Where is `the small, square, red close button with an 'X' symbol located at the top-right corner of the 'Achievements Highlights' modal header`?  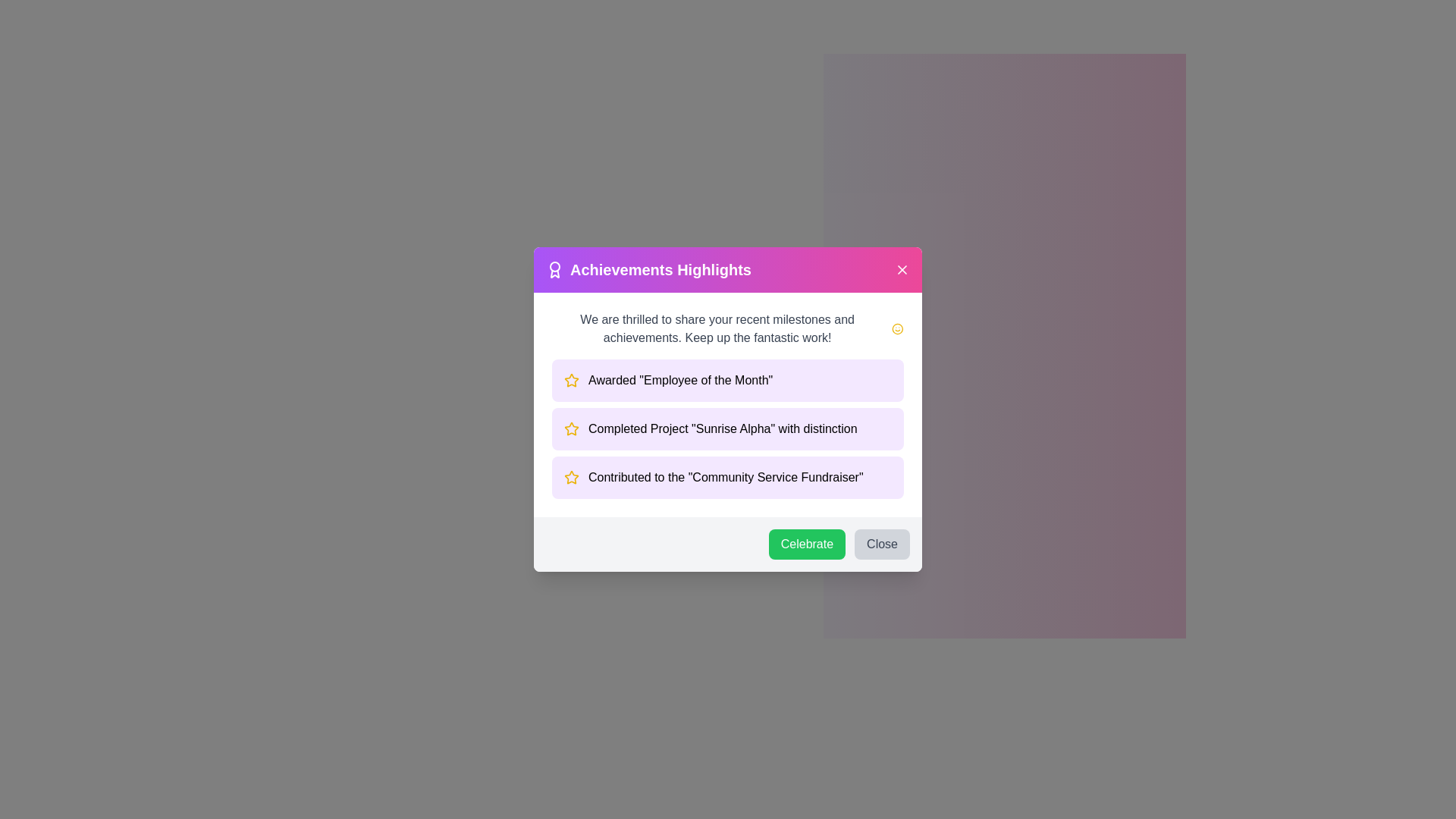 the small, square, red close button with an 'X' symbol located at the top-right corner of the 'Achievements Highlights' modal header is located at coordinates (902, 268).